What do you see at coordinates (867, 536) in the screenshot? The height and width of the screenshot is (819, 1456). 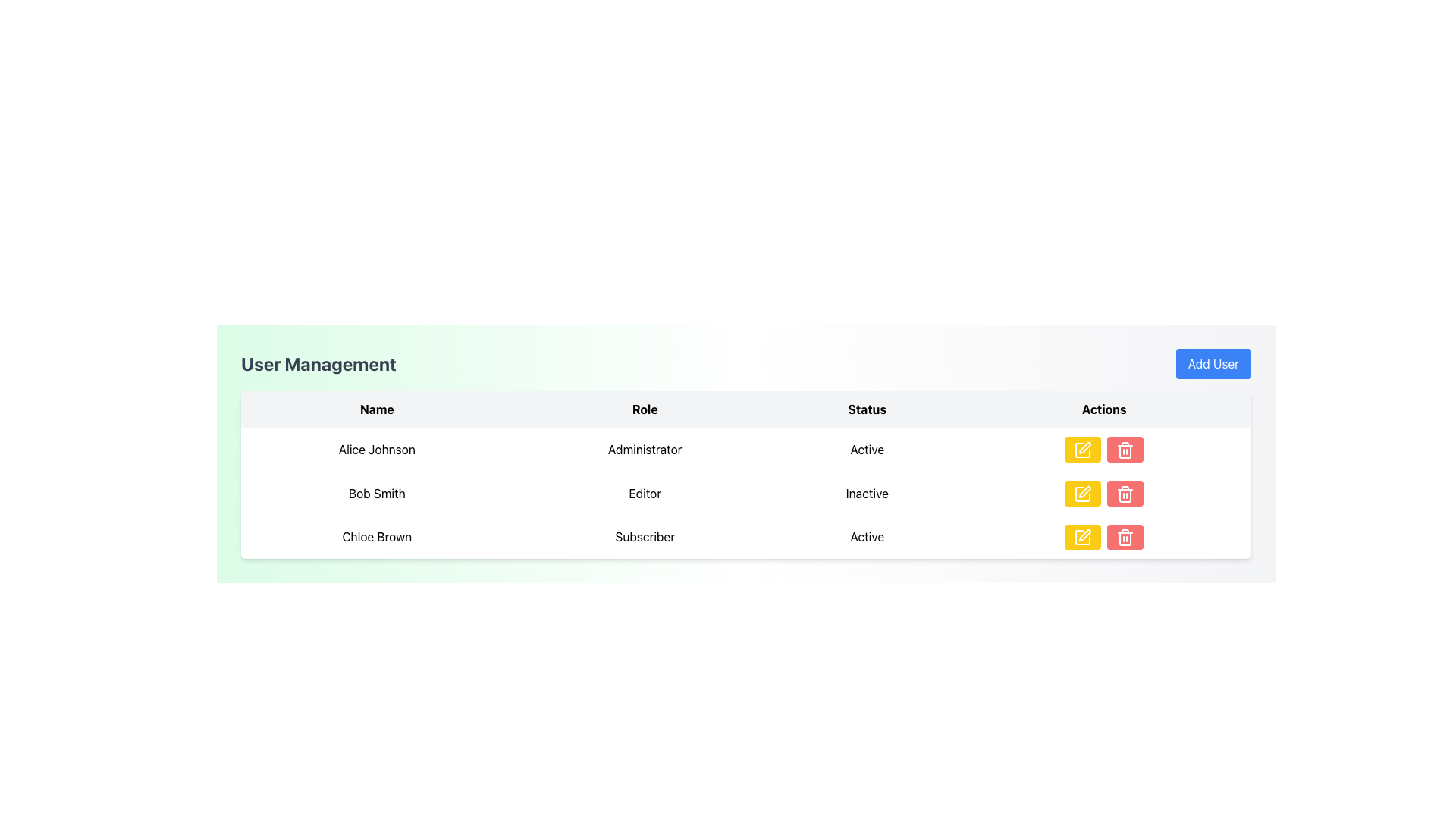 I see `the 'Active' status label located in the third column of the third row under the 'Status' header in a tabular layout` at bounding box center [867, 536].